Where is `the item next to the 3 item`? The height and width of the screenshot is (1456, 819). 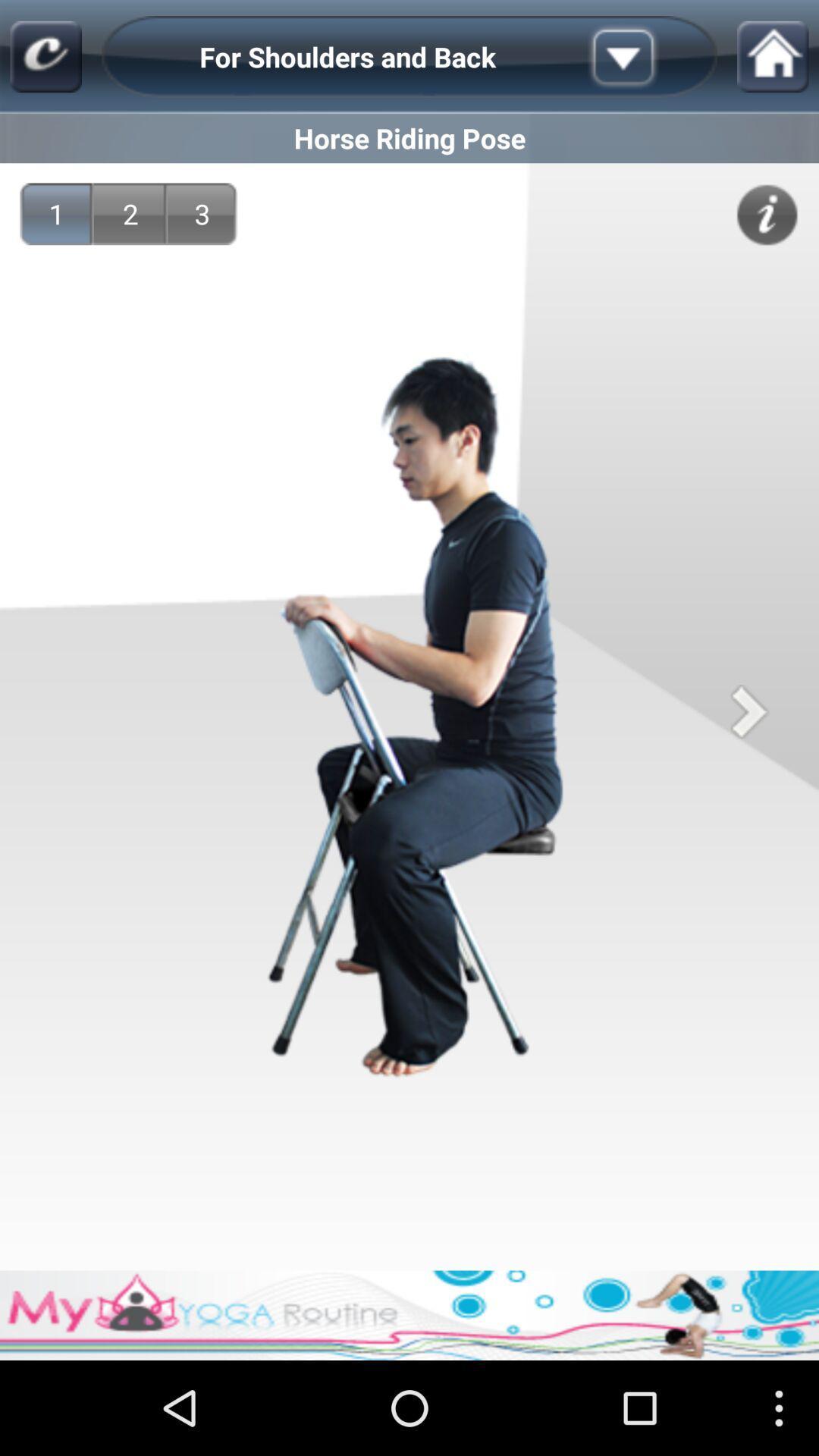 the item next to the 3 item is located at coordinates (130, 213).